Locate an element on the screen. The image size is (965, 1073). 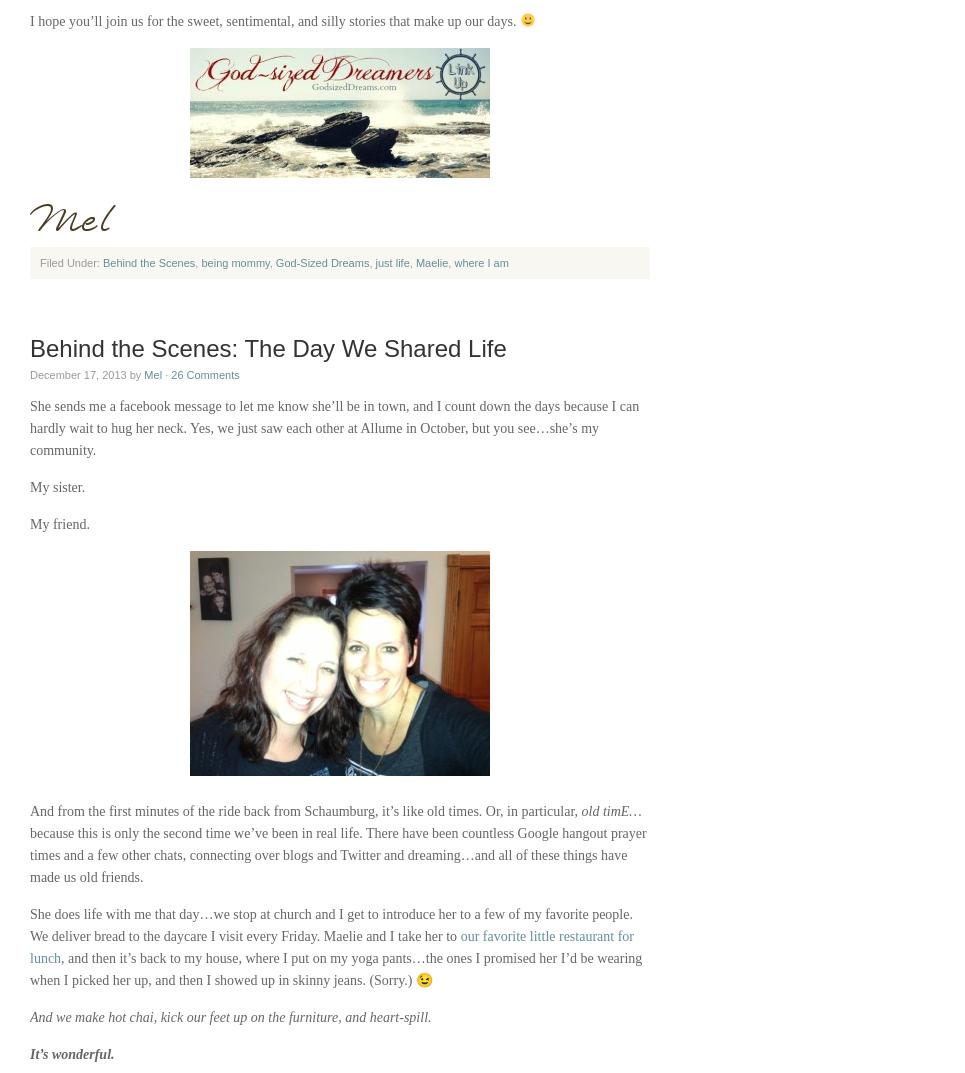
'My sister.' is located at coordinates (57, 486).